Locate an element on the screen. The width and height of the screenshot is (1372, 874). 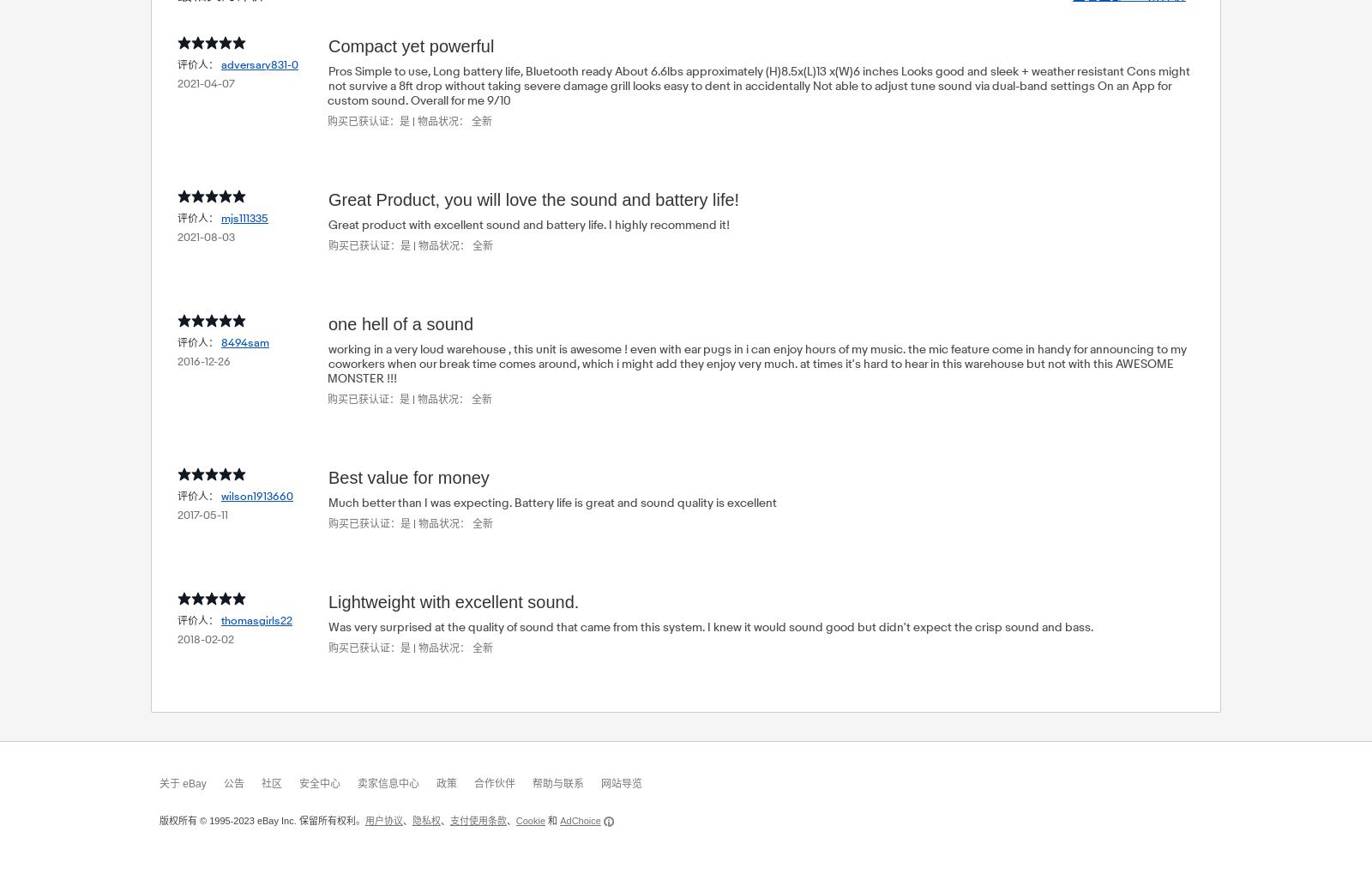
'2017-05-11' is located at coordinates (178, 513).